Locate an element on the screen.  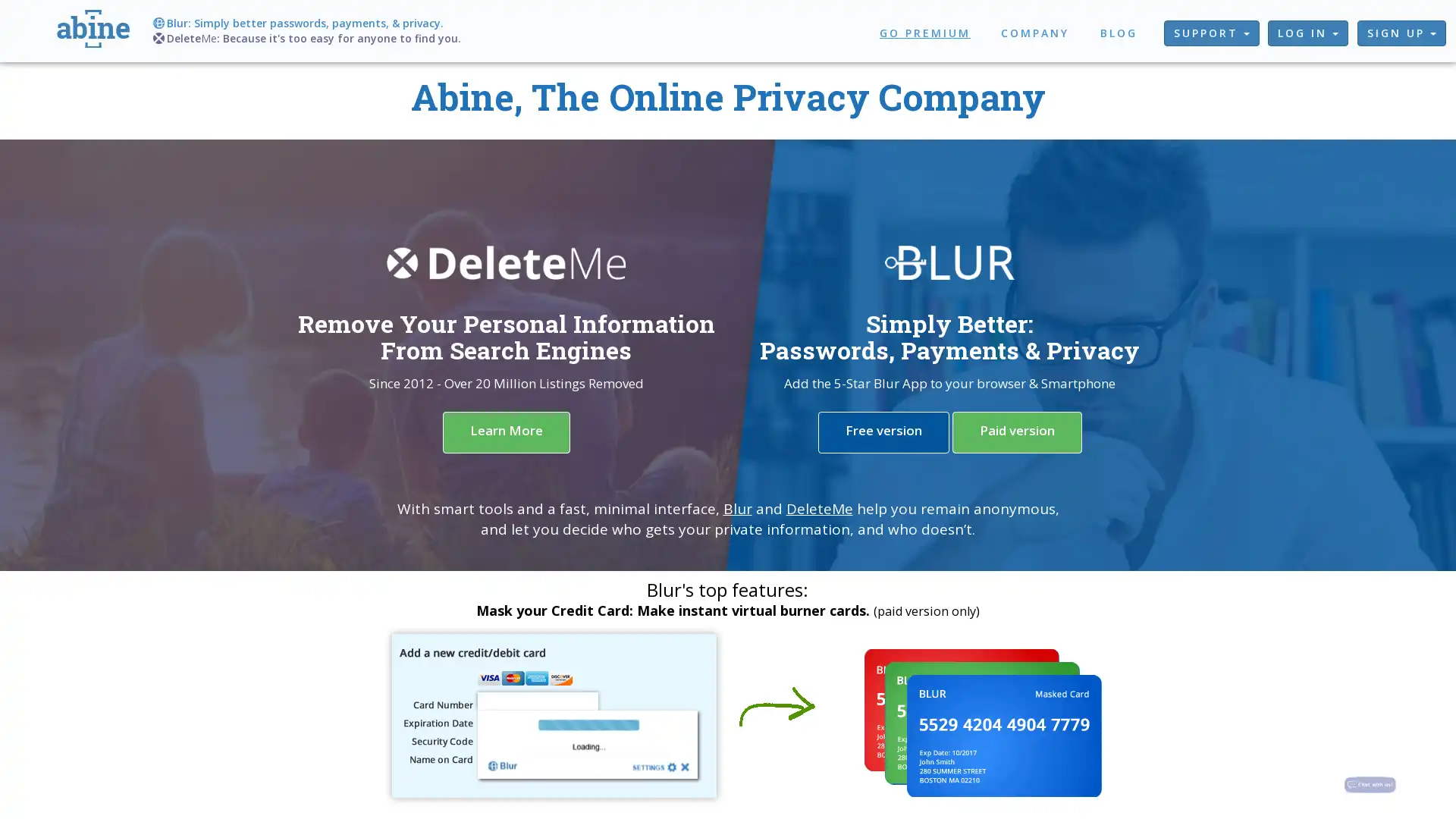
Chat with us! is located at coordinates (1374, 784).